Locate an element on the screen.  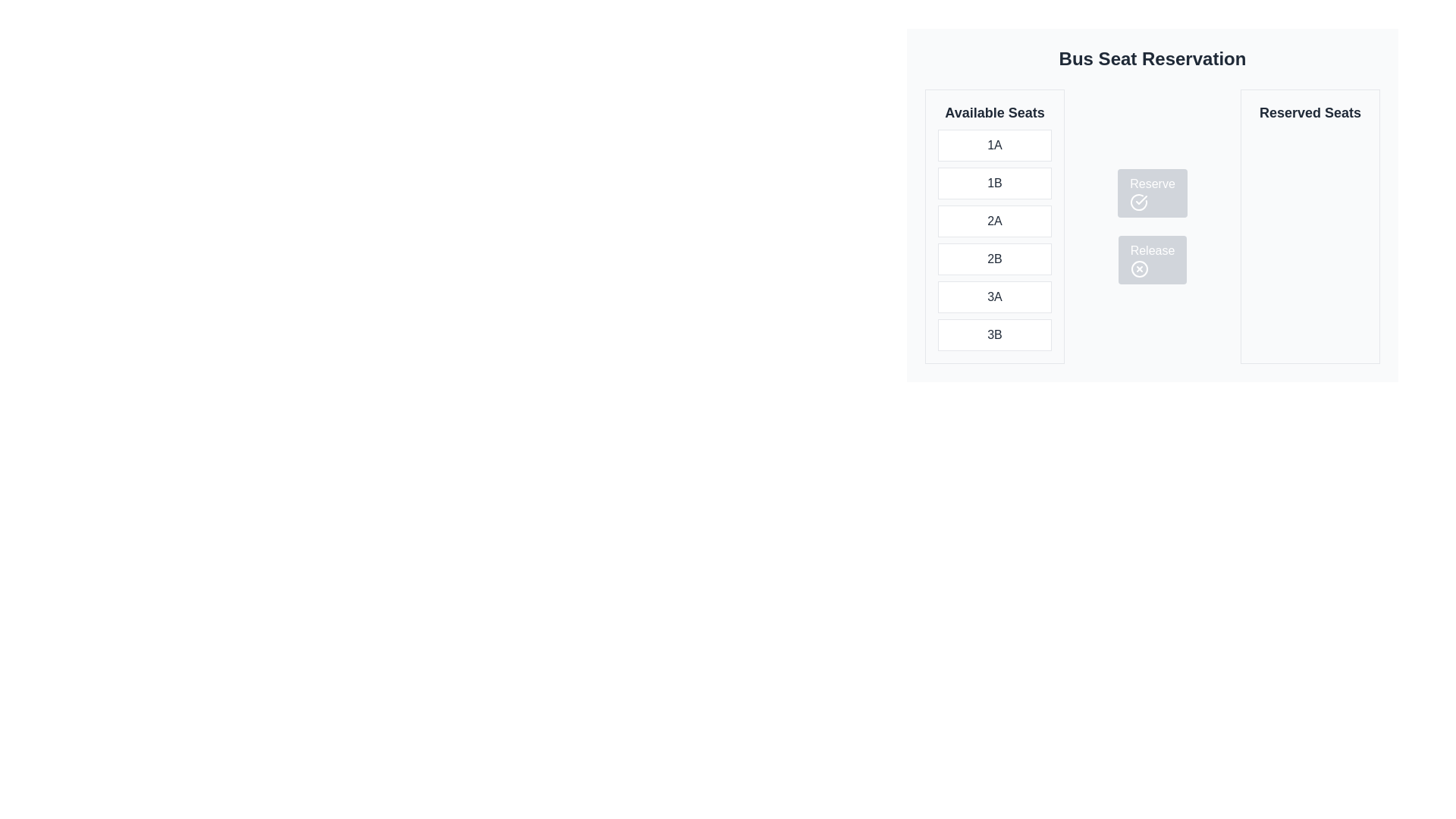
the button labeled '2B', which is a rectangular button with a white background and black text, positioned in the 'Available Seats' section below '2A' and above '3A' is located at coordinates (994, 259).